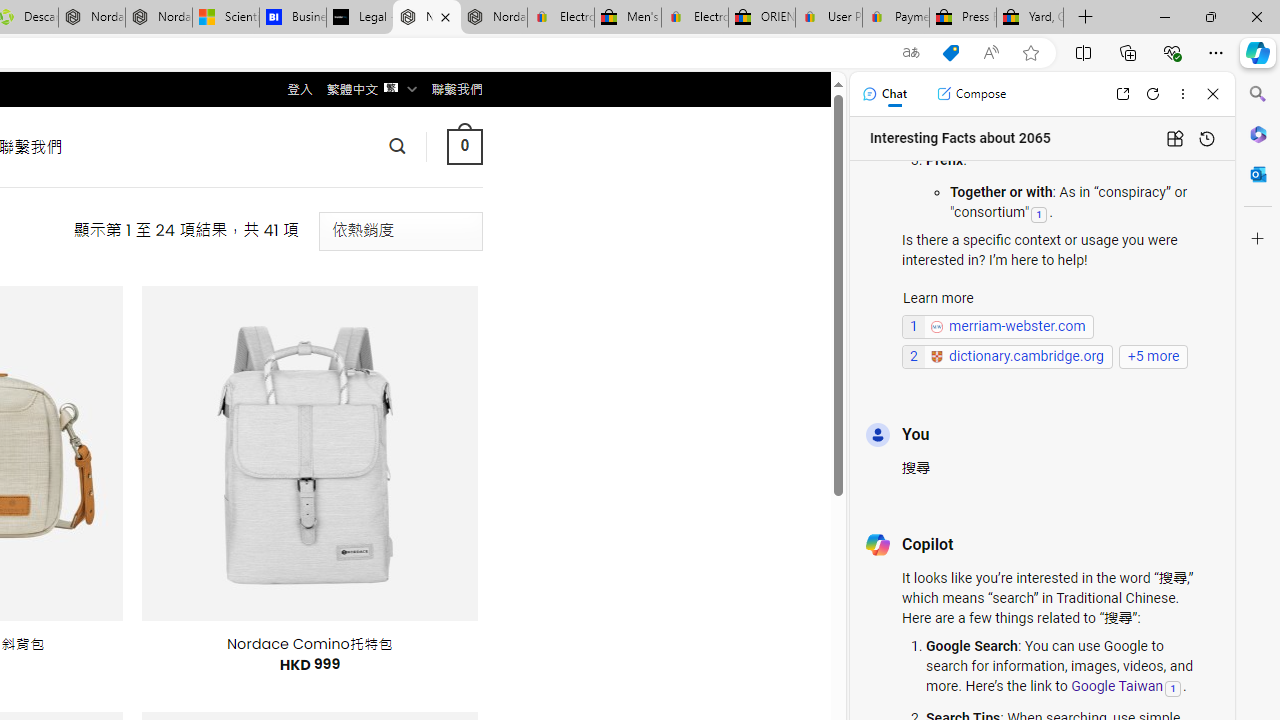 The image size is (1280, 720). What do you see at coordinates (909, 52) in the screenshot?
I see `'Show translate options'` at bounding box center [909, 52].